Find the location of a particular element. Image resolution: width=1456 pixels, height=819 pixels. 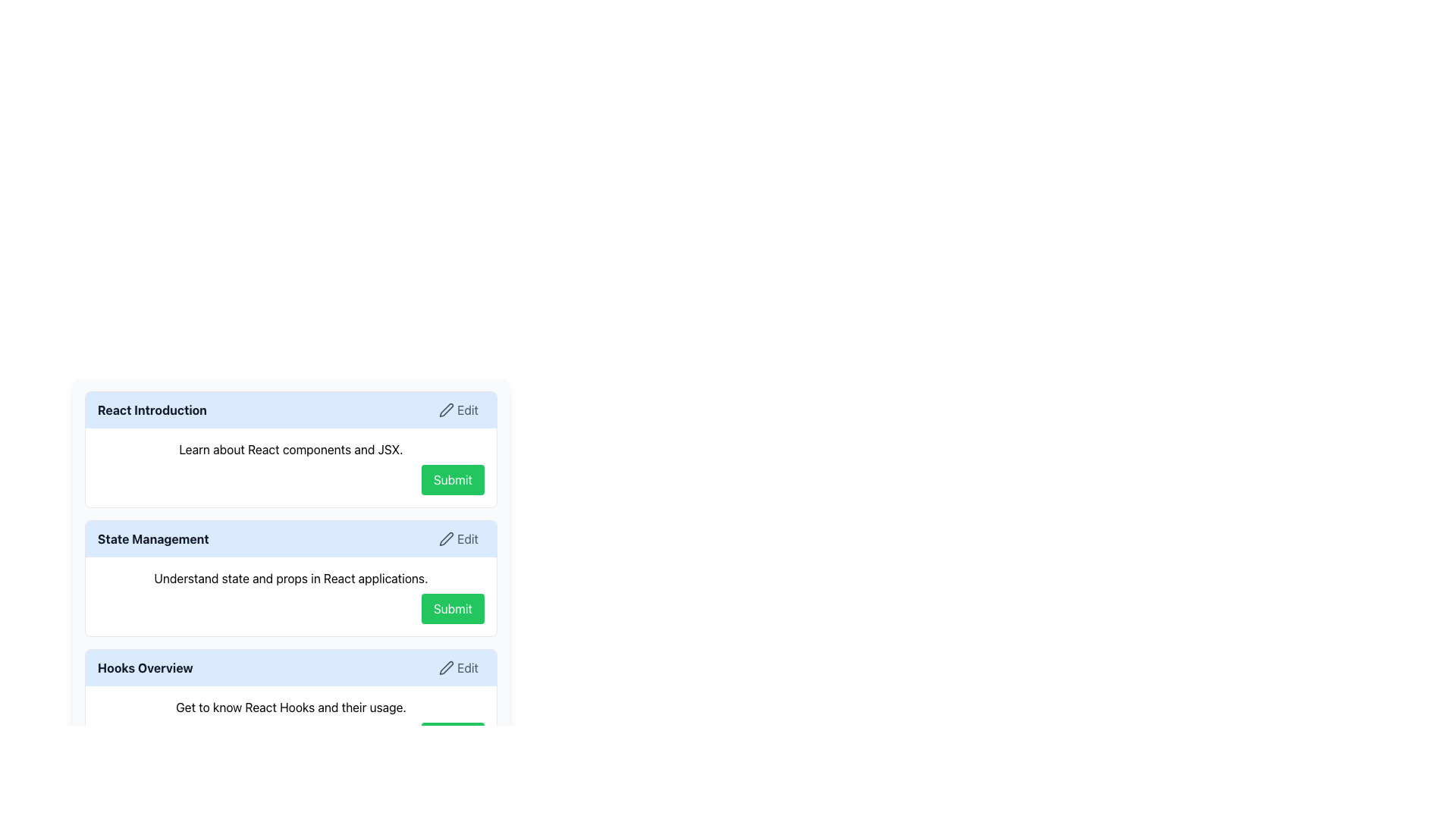

the edit button icon located at the top-right of the 'React Introduction' section to modify the associated content is located at coordinates (446, 538).